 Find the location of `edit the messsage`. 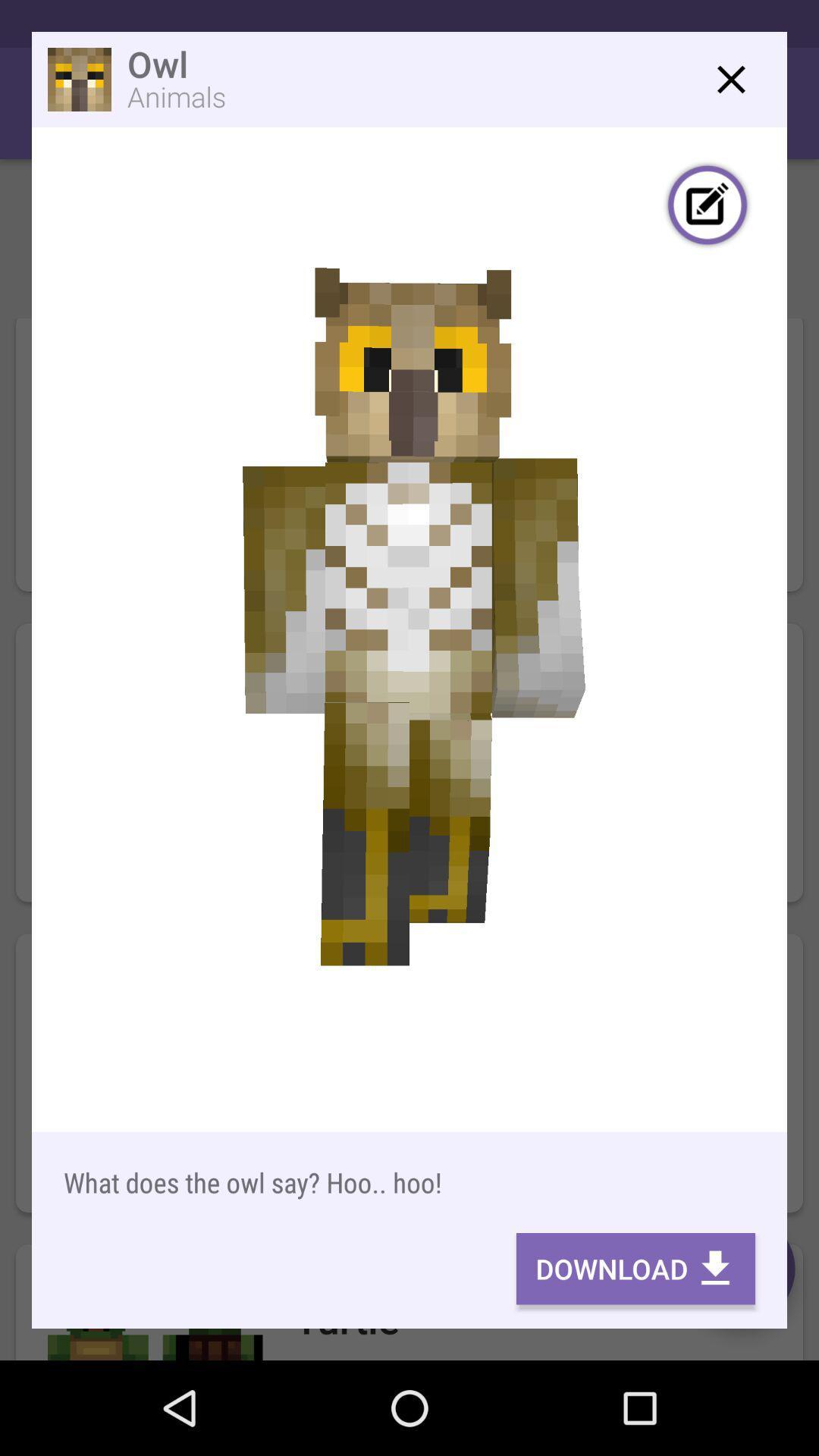

edit the messsage is located at coordinates (708, 206).